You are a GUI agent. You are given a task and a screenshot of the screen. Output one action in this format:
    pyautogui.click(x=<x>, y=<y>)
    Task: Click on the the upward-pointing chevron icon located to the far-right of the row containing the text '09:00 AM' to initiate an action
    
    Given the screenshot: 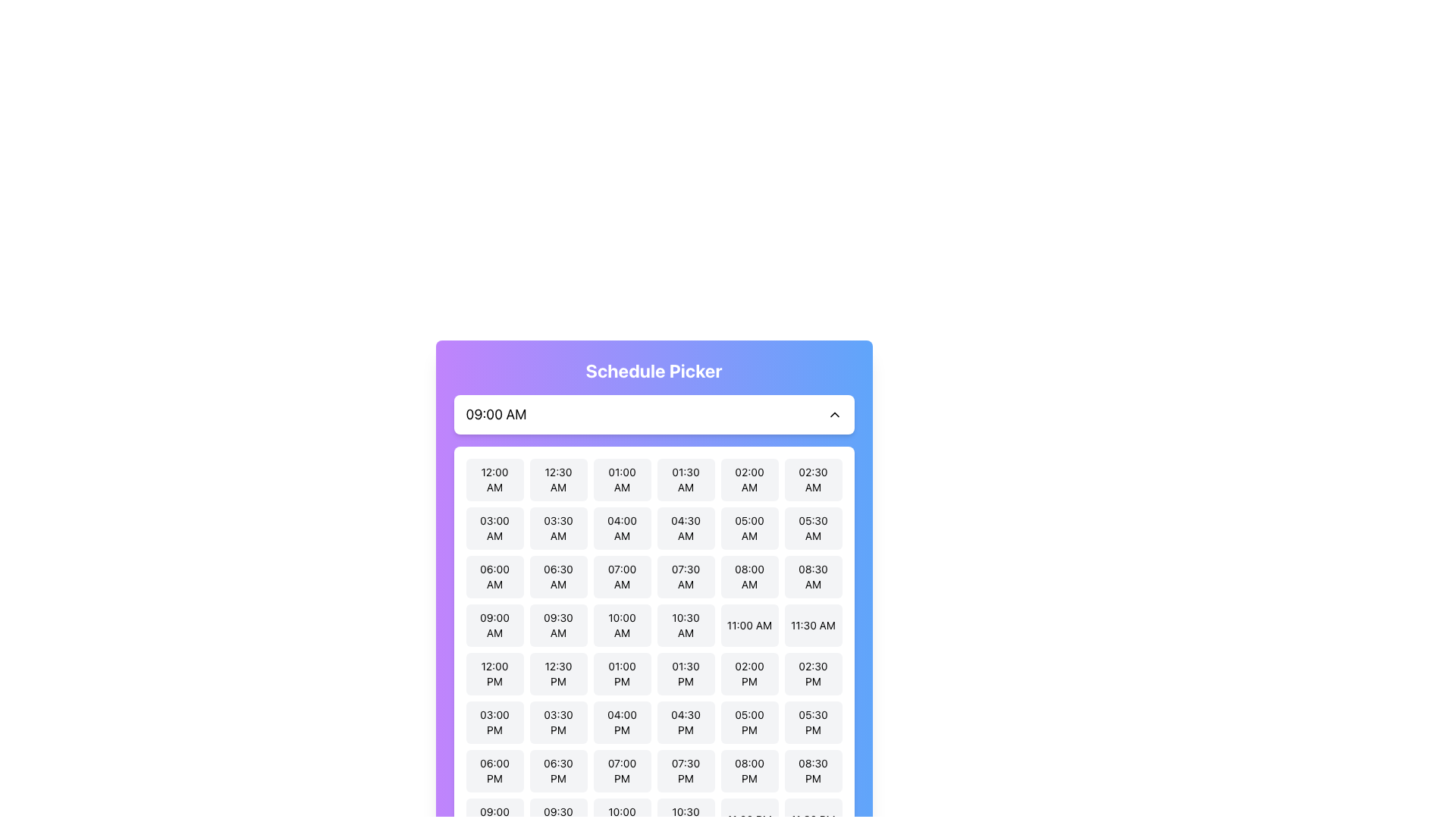 What is the action you would take?
    pyautogui.click(x=833, y=415)
    